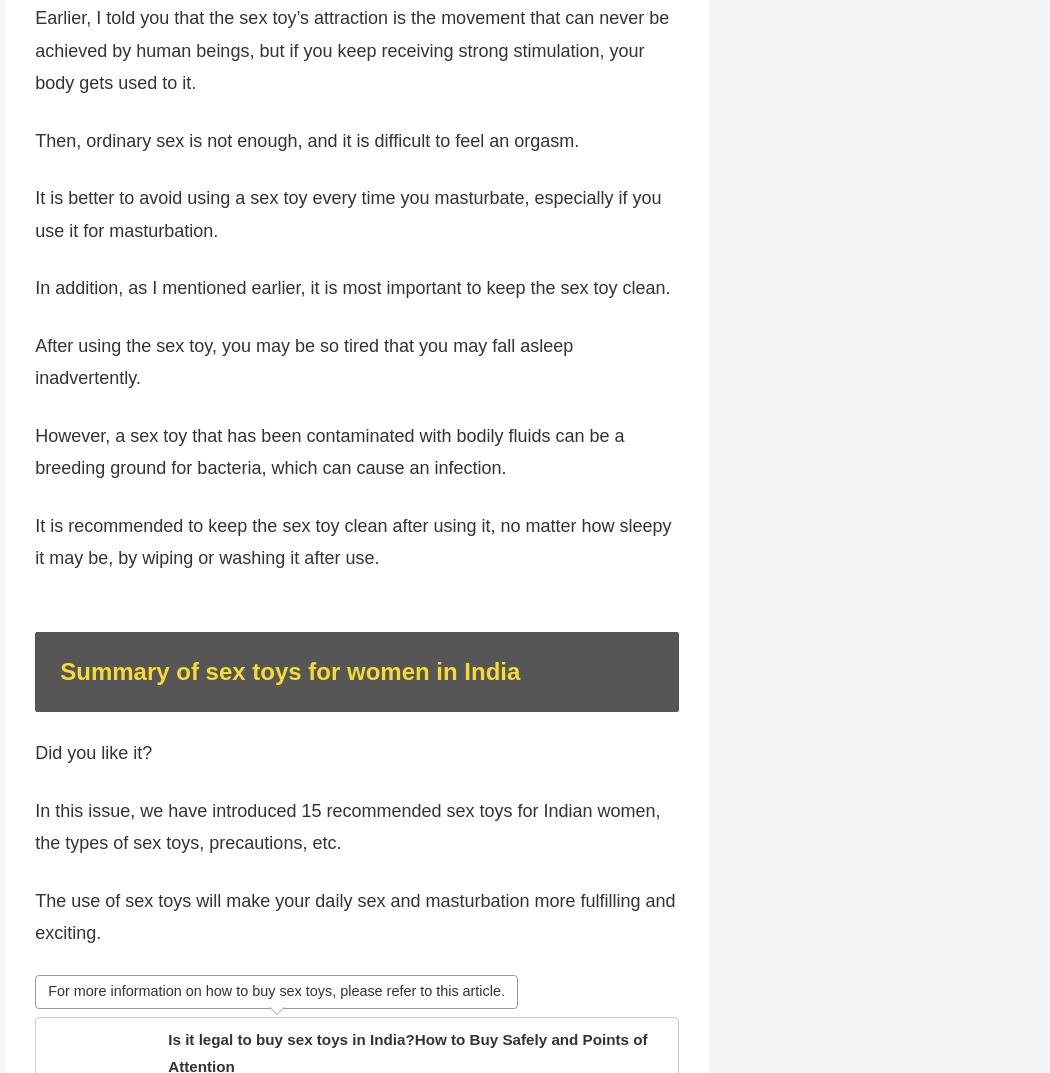  What do you see at coordinates (351, 325) in the screenshot?
I see `'In addition, as I mentioned earlier, it is most important to keep the sex toy clean.'` at bounding box center [351, 325].